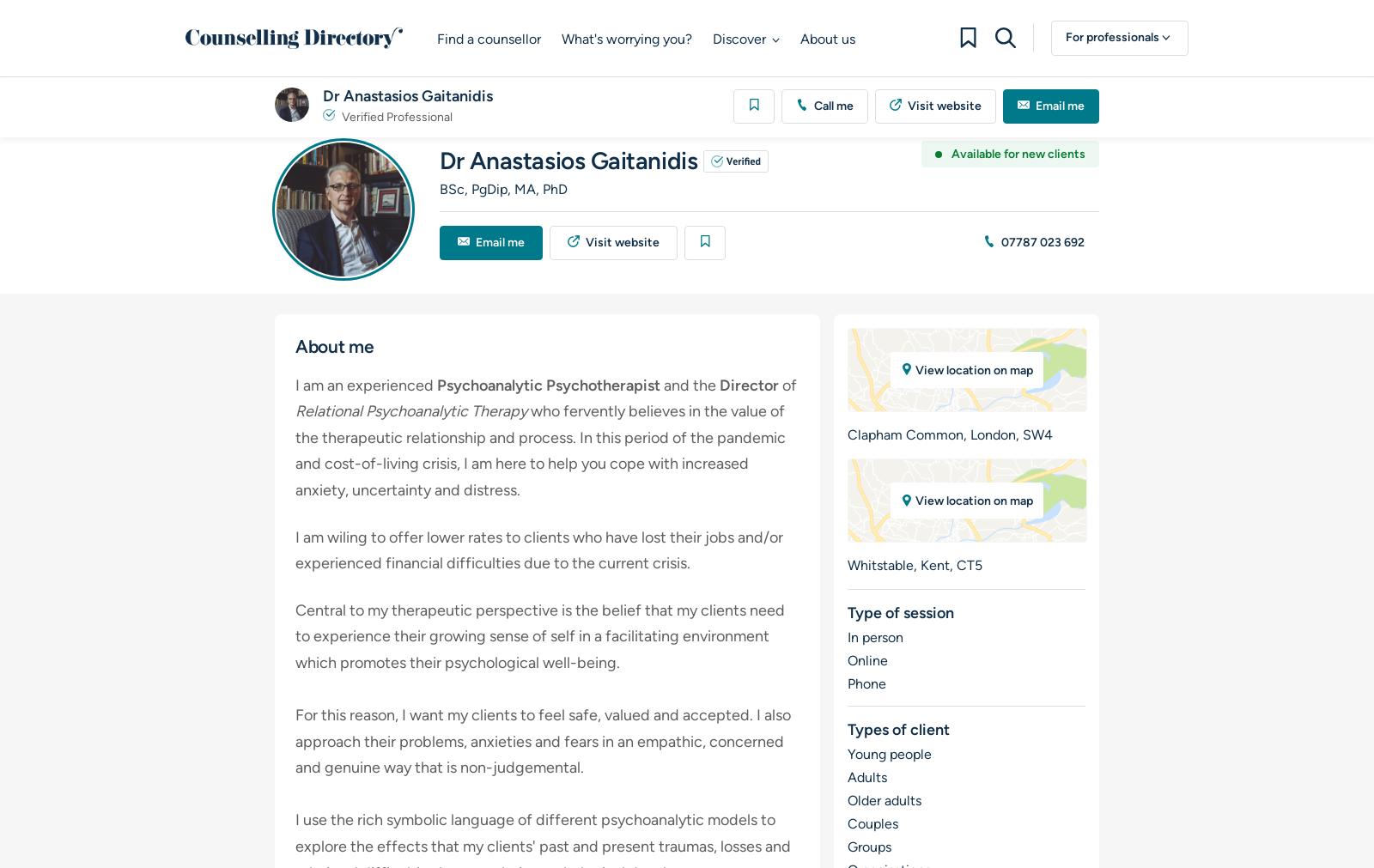 The height and width of the screenshot is (868, 1374). What do you see at coordinates (866, 777) in the screenshot?
I see `'Adults'` at bounding box center [866, 777].